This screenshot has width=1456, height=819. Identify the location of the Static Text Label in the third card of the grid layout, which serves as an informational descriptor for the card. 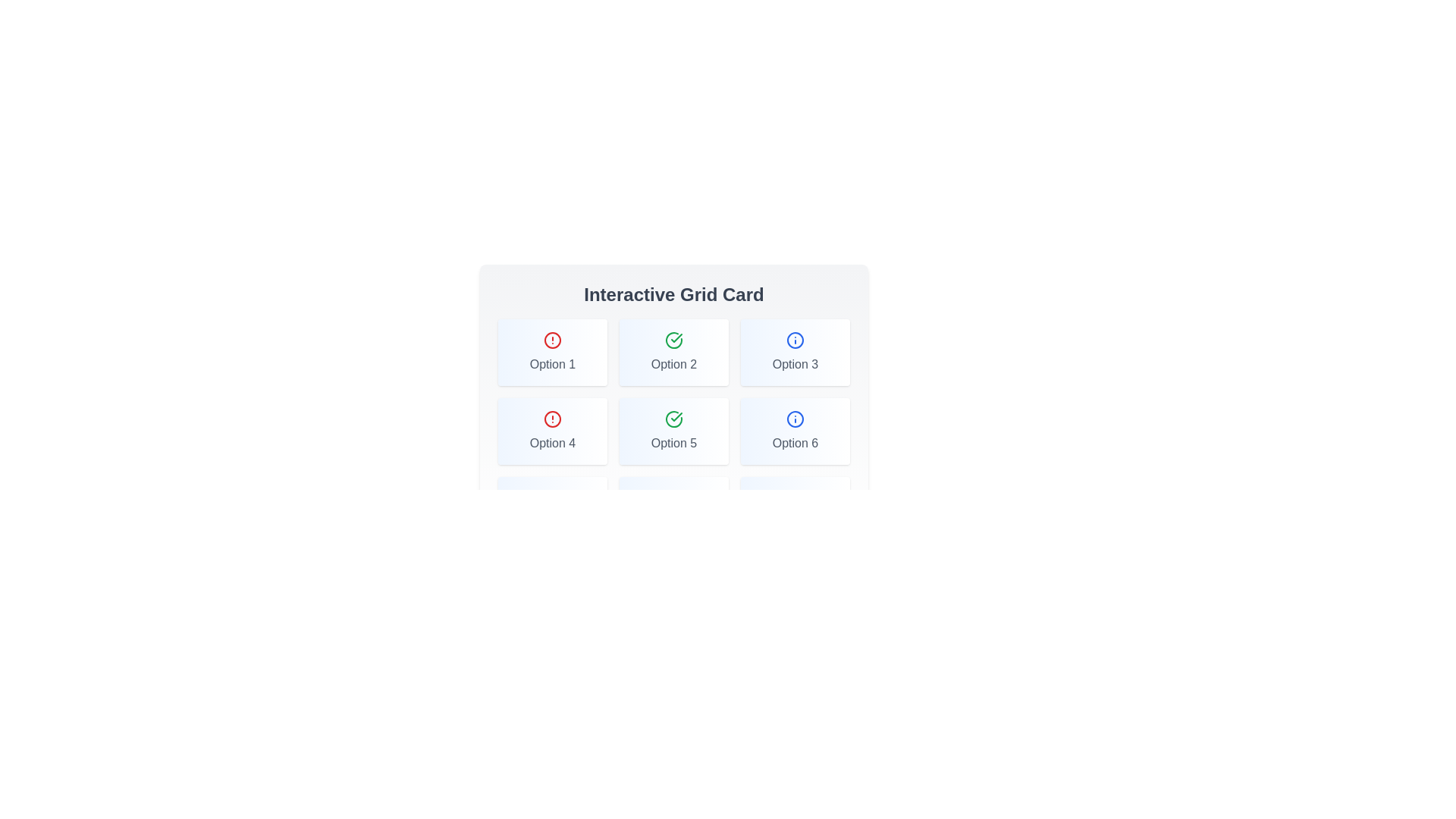
(795, 365).